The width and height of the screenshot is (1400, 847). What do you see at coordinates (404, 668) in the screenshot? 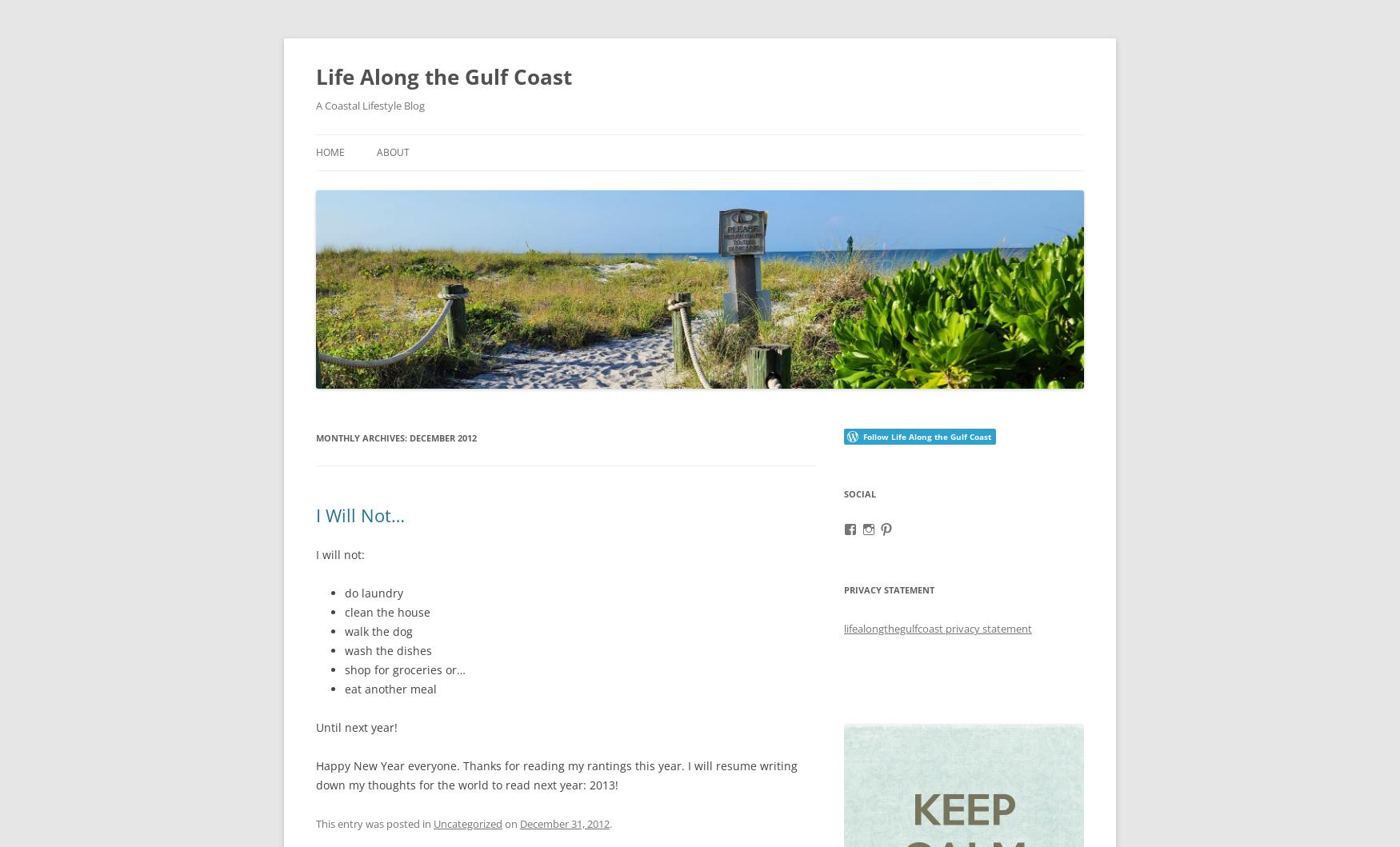
I see `'shop for groceries or…'` at bounding box center [404, 668].